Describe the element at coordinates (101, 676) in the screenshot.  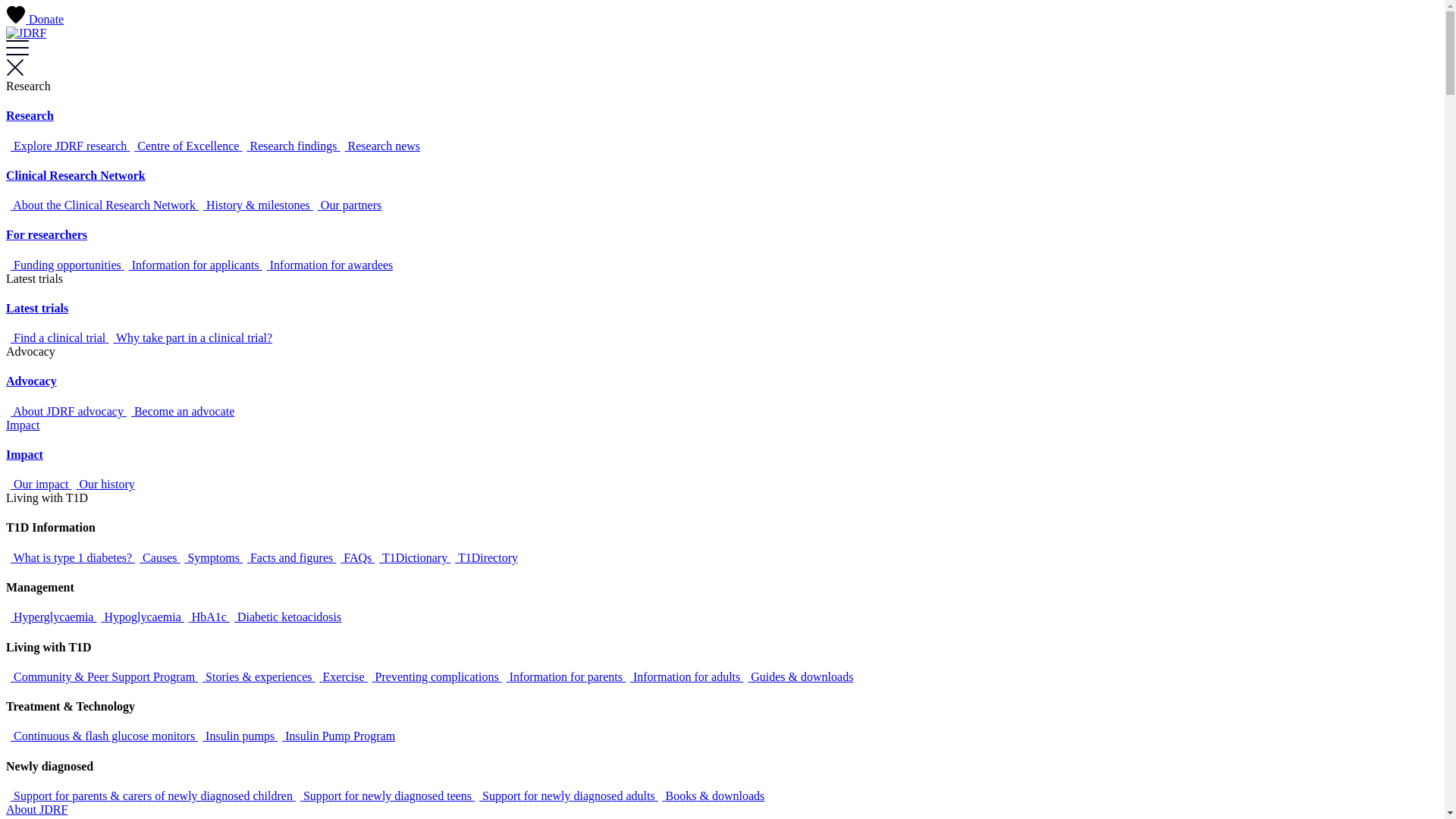
I see `'Community & Peer Support Program'` at that location.